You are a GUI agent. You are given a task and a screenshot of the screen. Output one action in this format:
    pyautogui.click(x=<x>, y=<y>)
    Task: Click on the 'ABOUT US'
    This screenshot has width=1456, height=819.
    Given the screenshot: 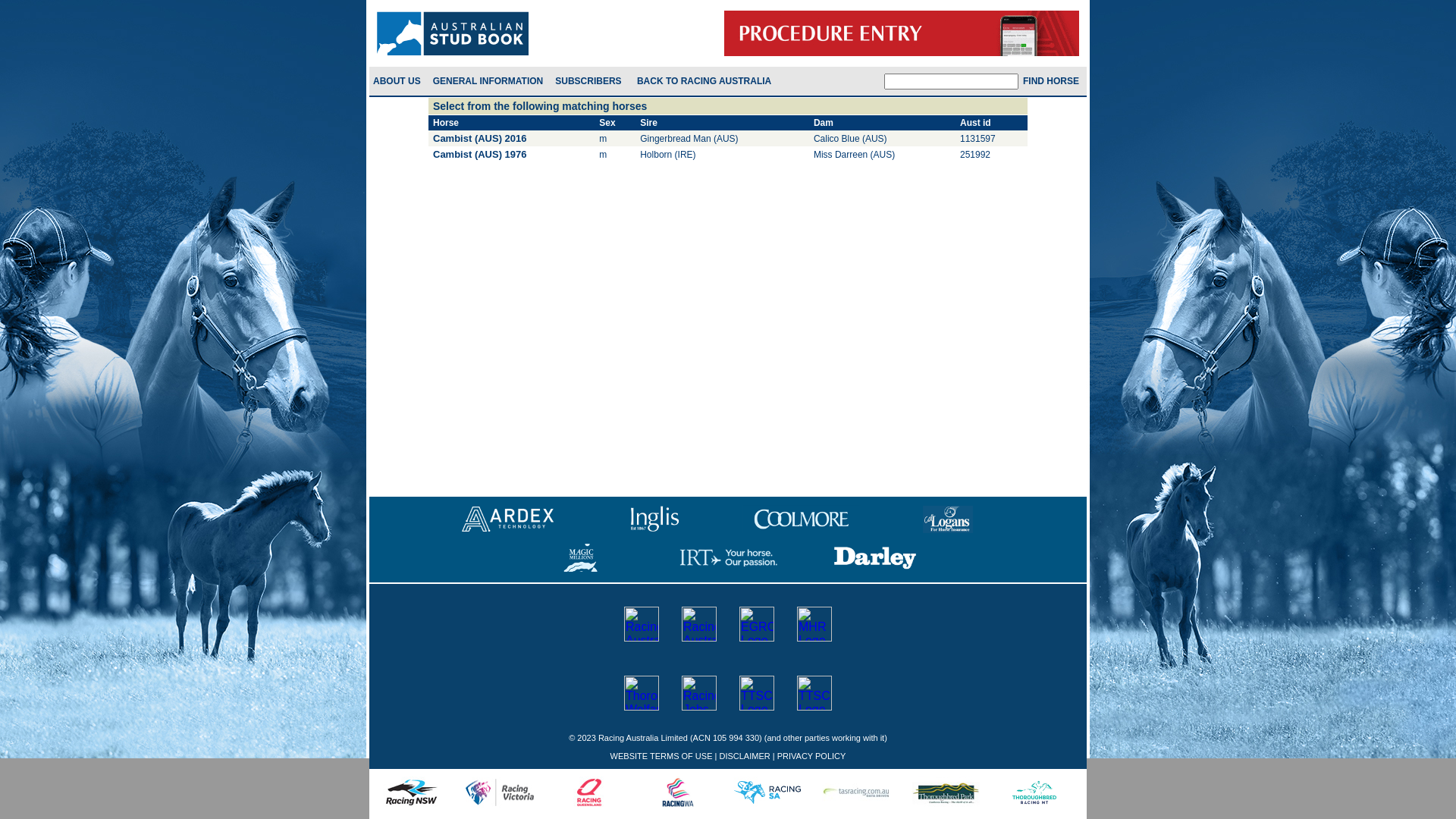 What is the action you would take?
    pyautogui.click(x=397, y=81)
    